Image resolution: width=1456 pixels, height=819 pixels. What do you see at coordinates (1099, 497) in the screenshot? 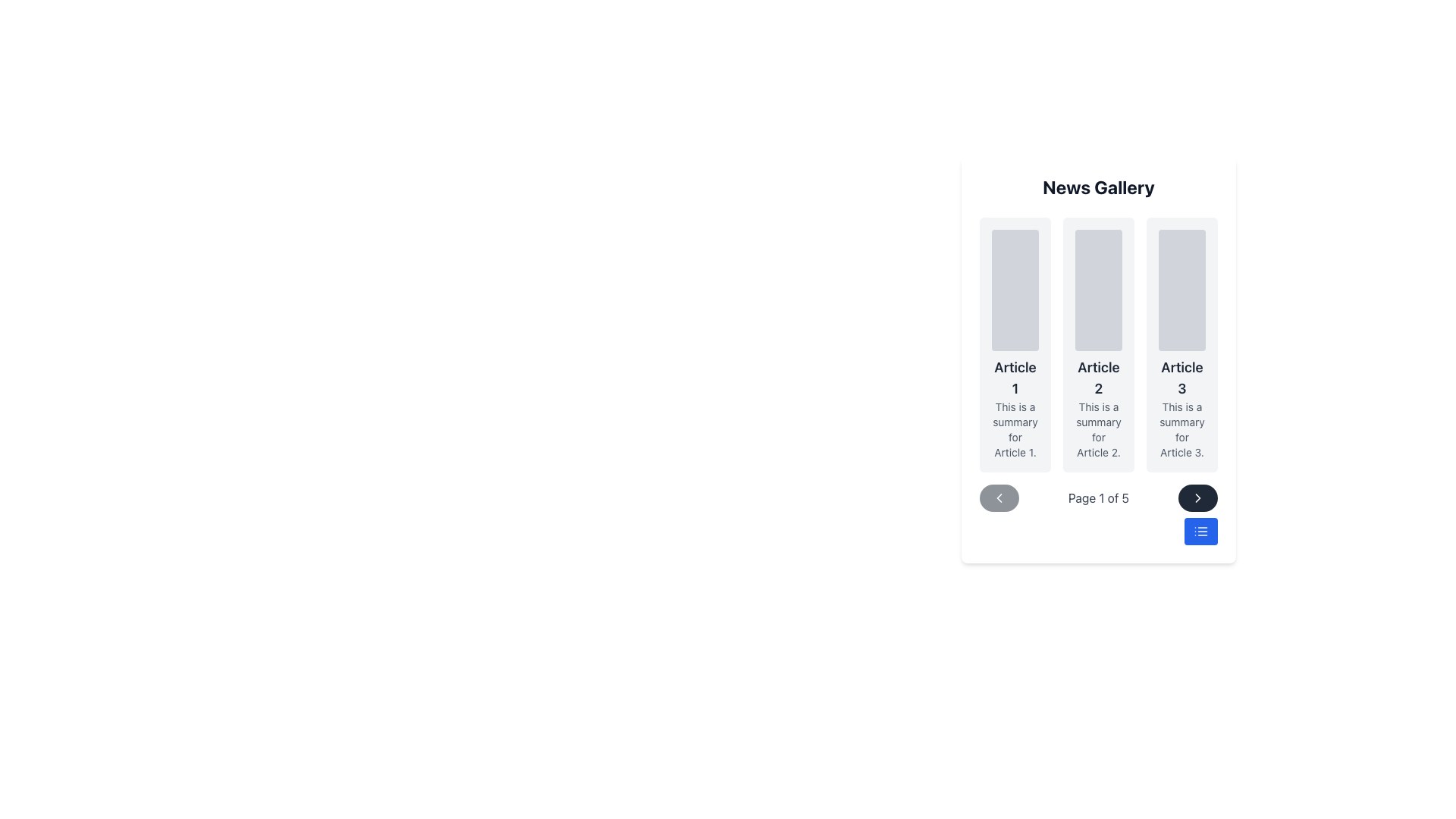
I see `the text label displaying 'Page 1 of 5', which is centered between two navigation buttons and has a dark gray color` at bounding box center [1099, 497].